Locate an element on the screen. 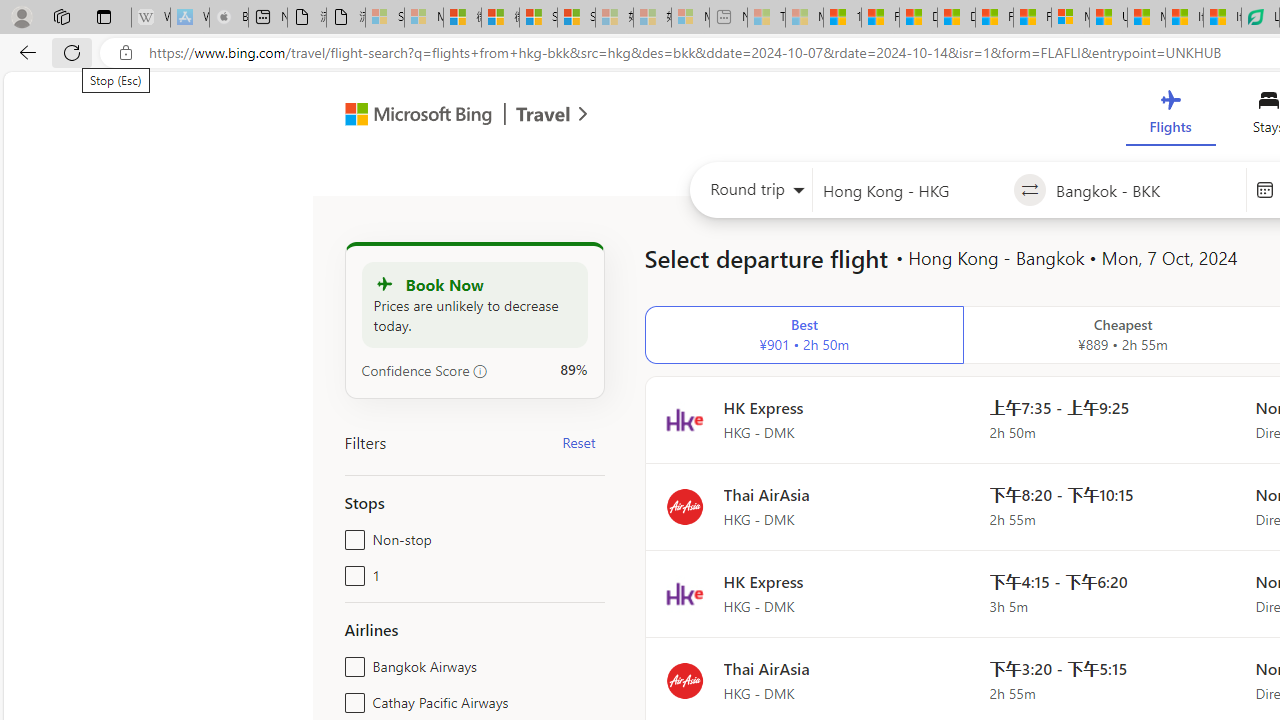 The width and height of the screenshot is (1280, 720). 'Leaving from?' is located at coordinates (911, 190).